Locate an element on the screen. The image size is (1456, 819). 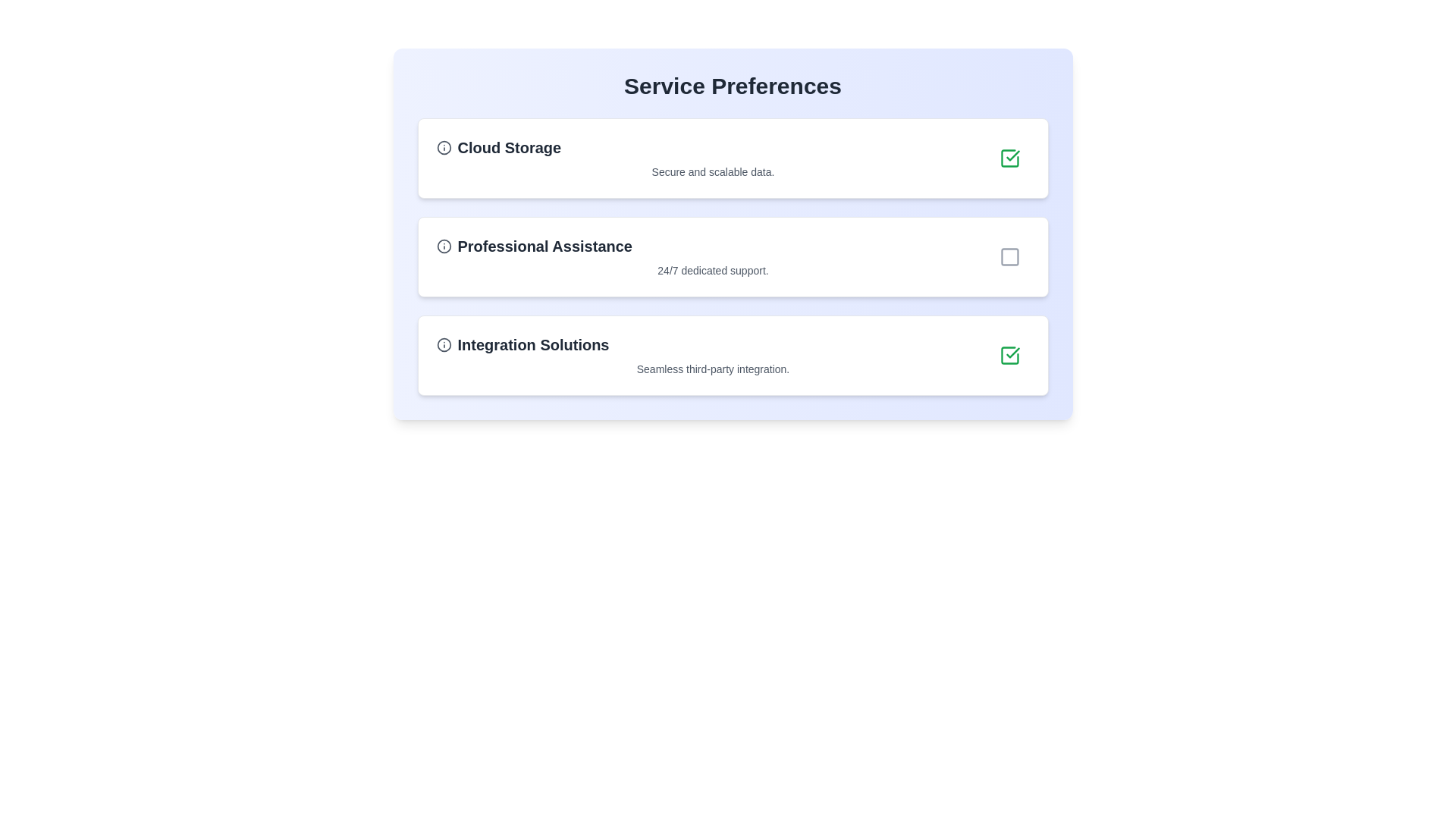
the graphical part of the SVG illustration representing the checkbox in the top-right of the first option row is located at coordinates (1009, 356).